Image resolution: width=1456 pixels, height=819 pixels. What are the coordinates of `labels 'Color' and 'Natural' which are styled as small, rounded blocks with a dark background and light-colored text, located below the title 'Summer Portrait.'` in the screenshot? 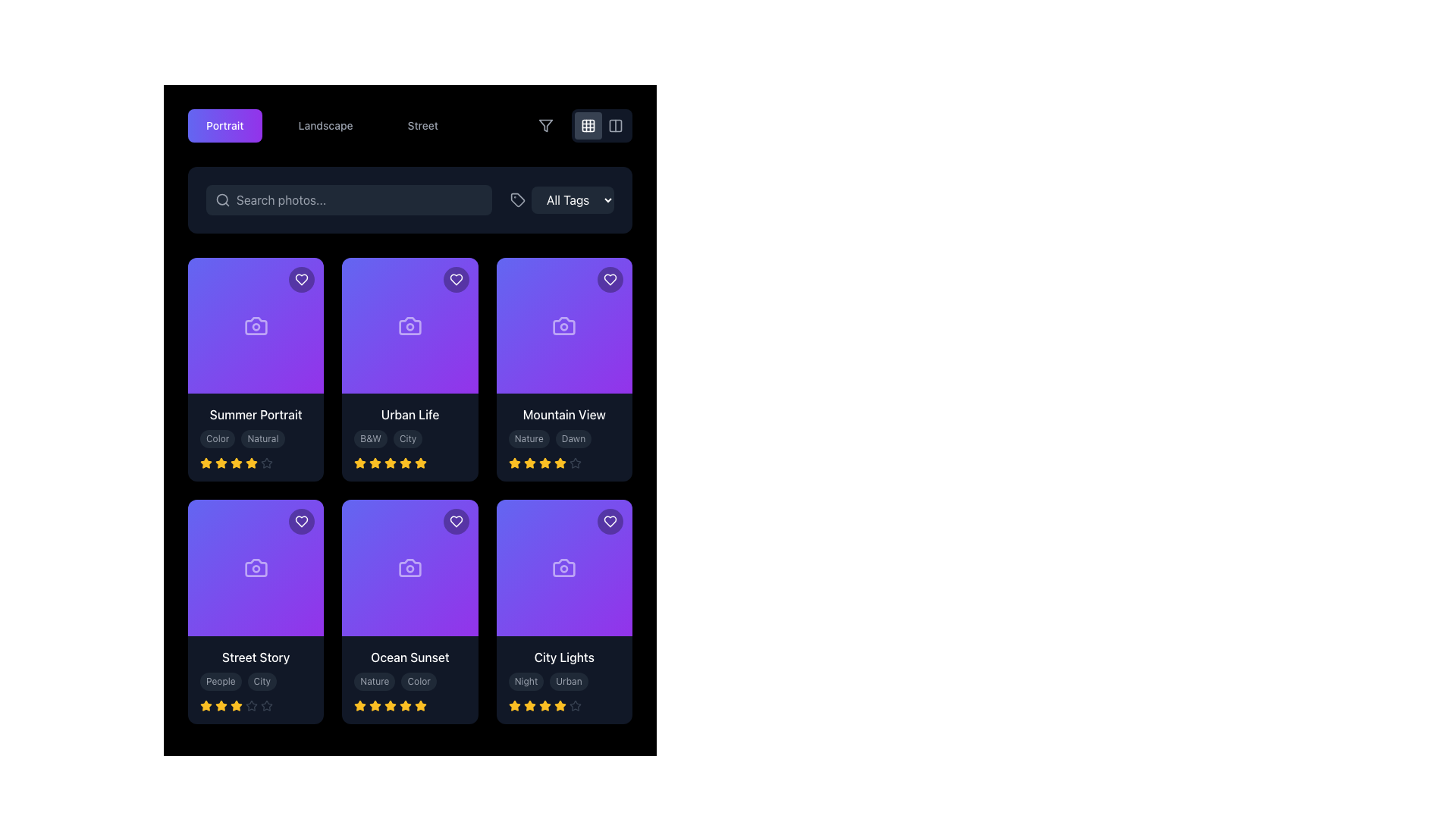 It's located at (256, 439).